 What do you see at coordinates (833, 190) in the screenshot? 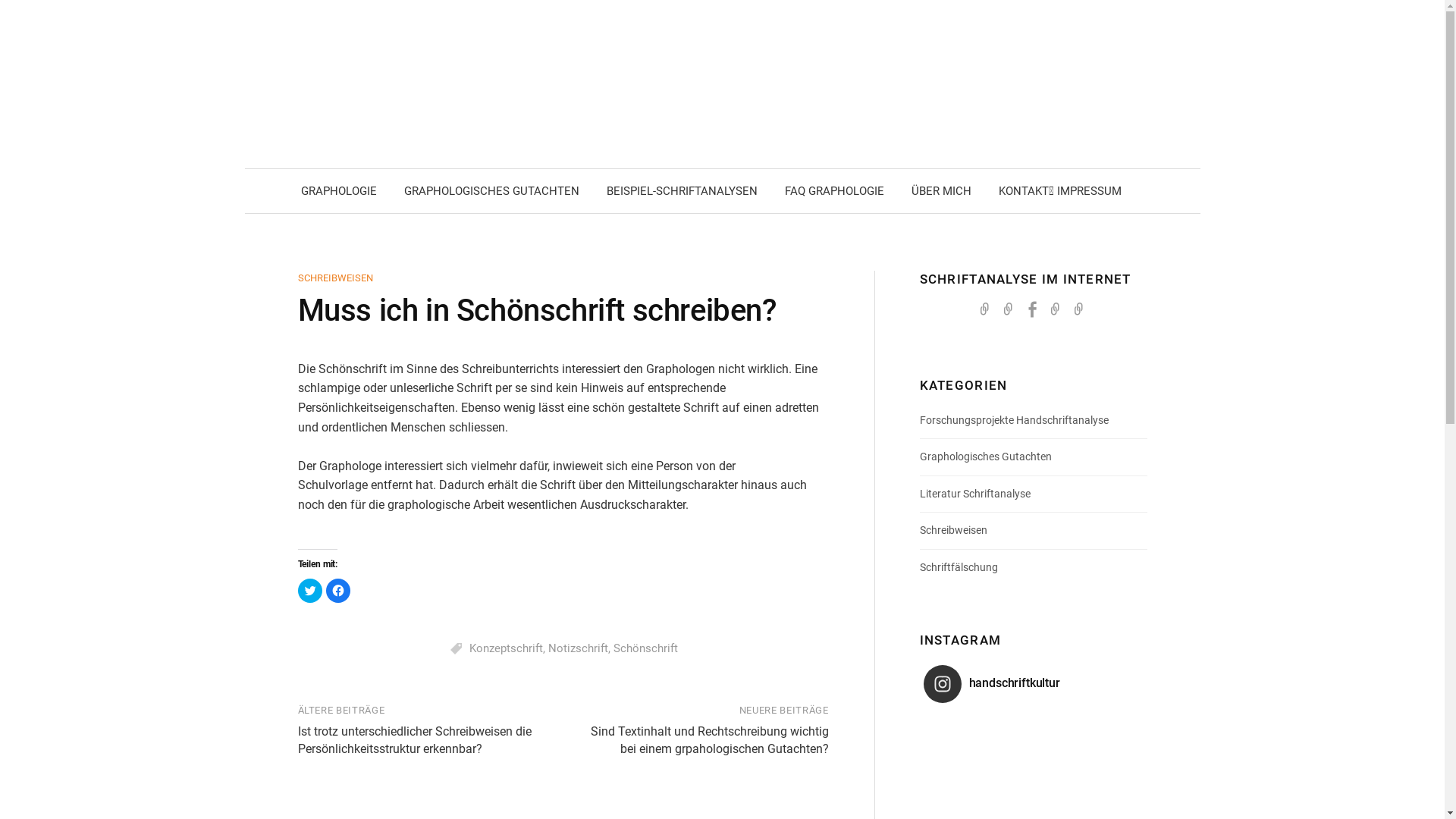
I see `'FAQ GRAPHOLOGIE'` at bounding box center [833, 190].